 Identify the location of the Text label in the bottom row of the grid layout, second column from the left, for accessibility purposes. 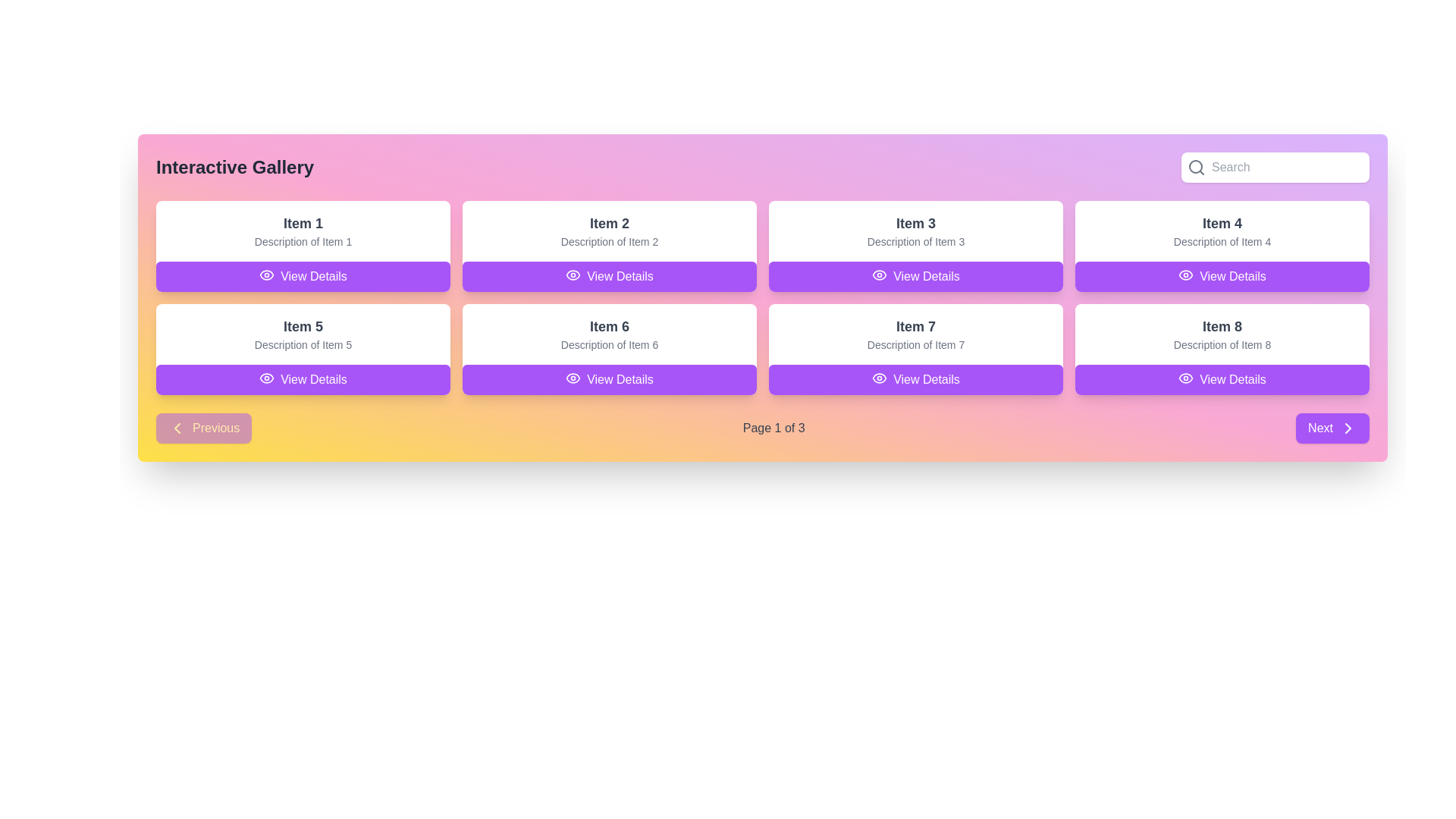
(915, 326).